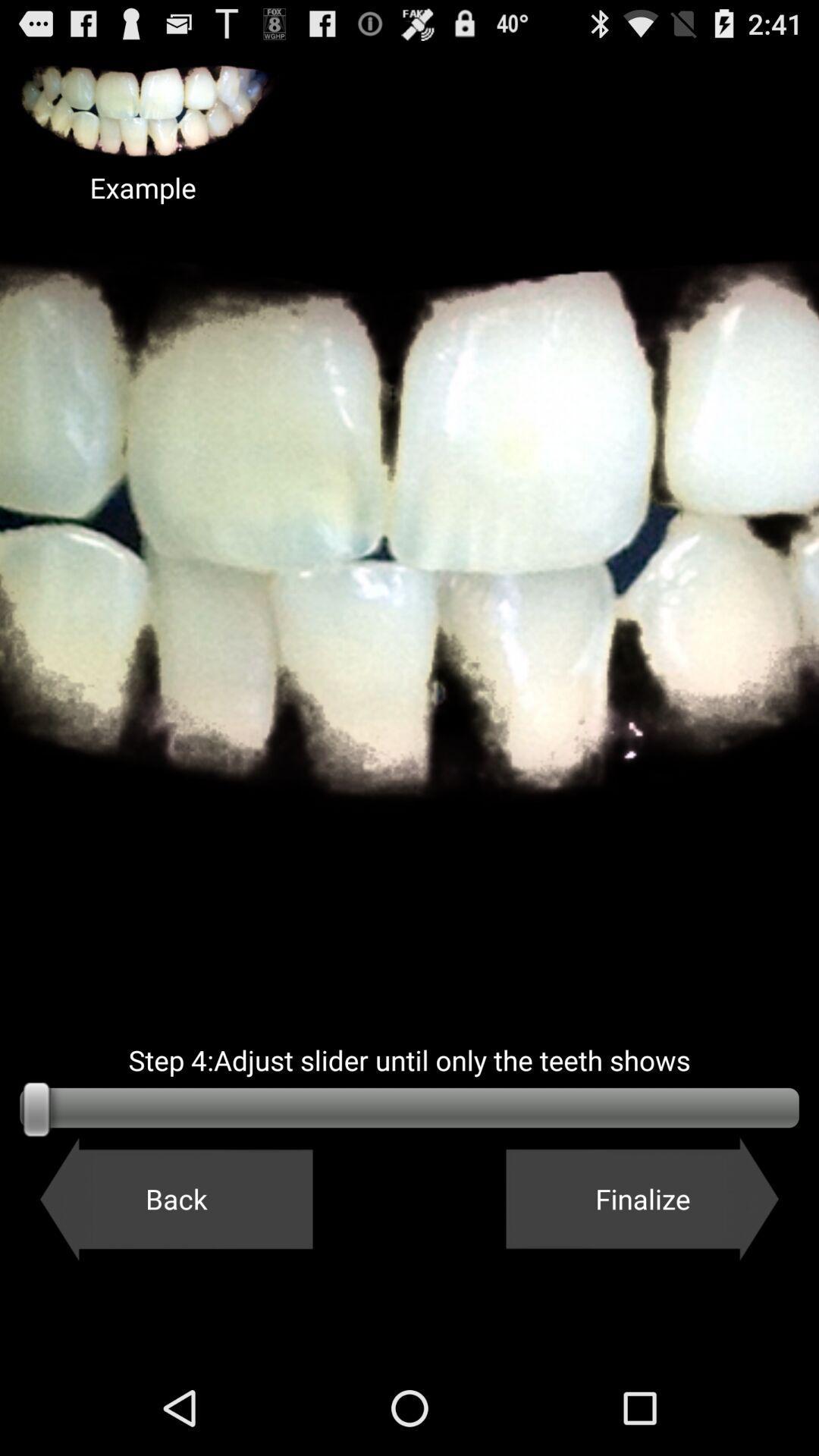  What do you see at coordinates (175, 1198) in the screenshot?
I see `the back item` at bounding box center [175, 1198].